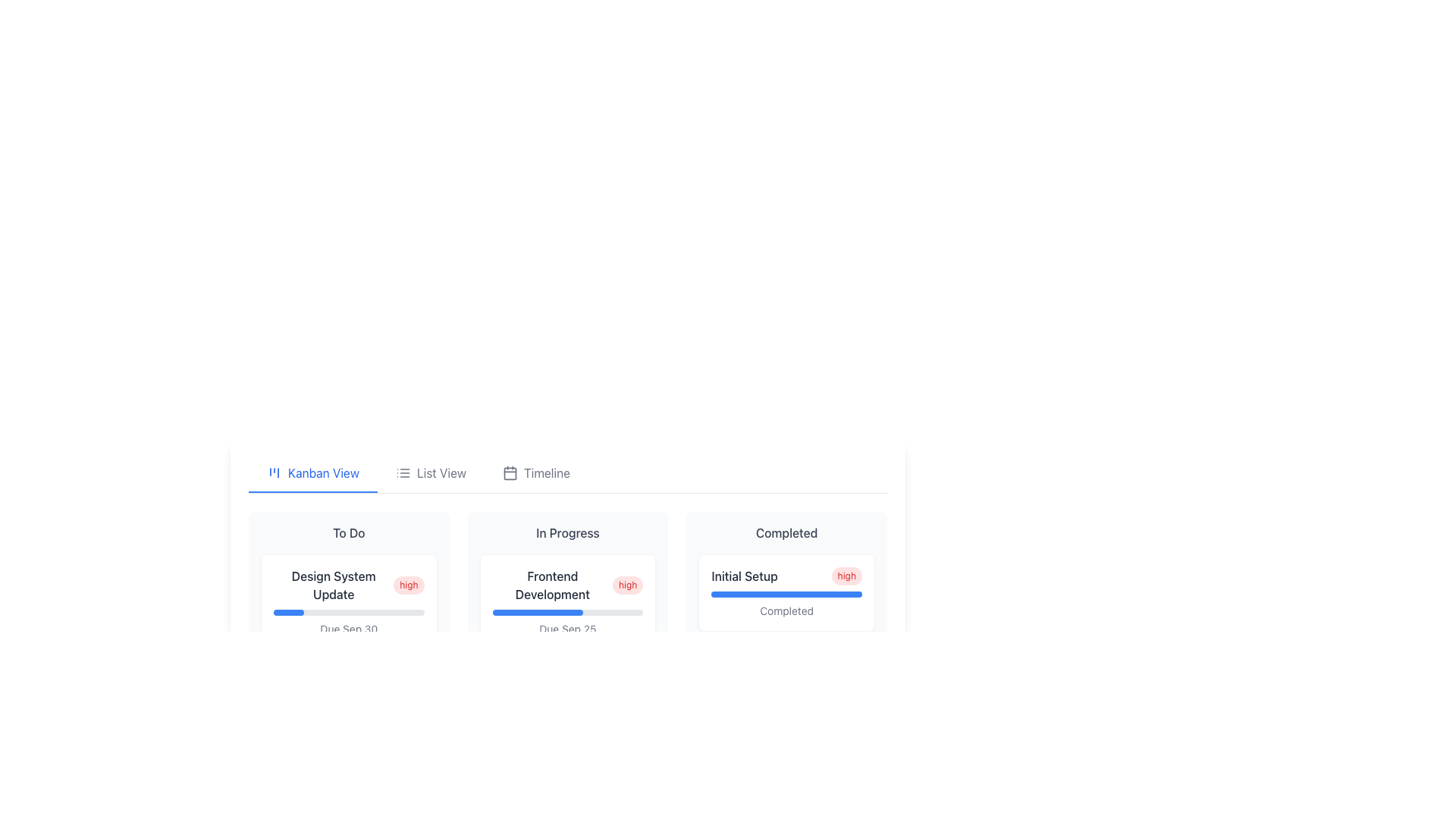 The height and width of the screenshot is (819, 1456). What do you see at coordinates (441, 472) in the screenshot?
I see `the 'List View' label, styled in a neutral gray font, located in the top central part of the interface` at bounding box center [441, 472].